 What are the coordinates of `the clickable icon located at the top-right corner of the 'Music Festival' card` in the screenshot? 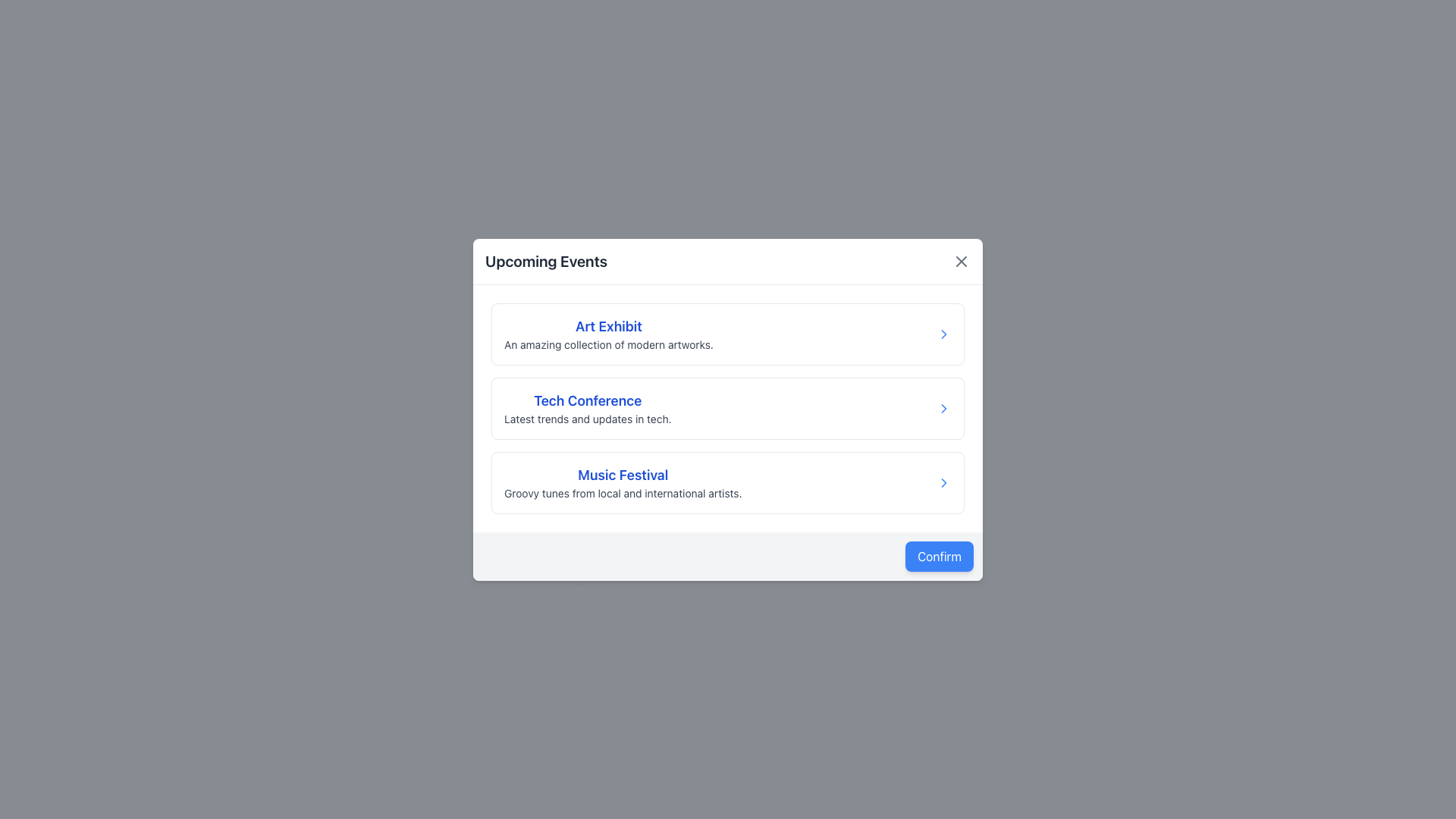 It's located at (943, 482).